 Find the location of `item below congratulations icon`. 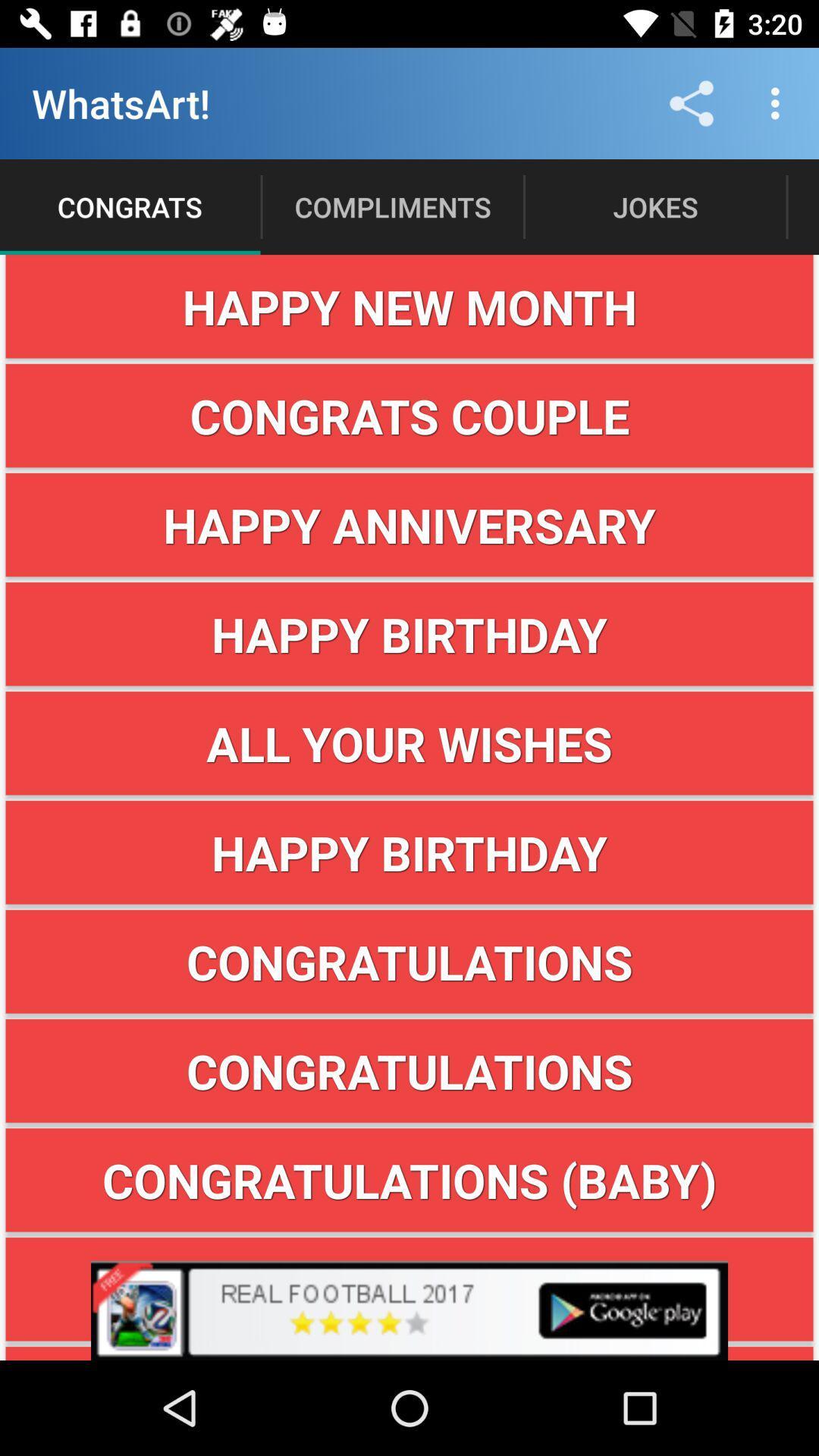

item below congratulations icon is located at coordinates (409, 1179).